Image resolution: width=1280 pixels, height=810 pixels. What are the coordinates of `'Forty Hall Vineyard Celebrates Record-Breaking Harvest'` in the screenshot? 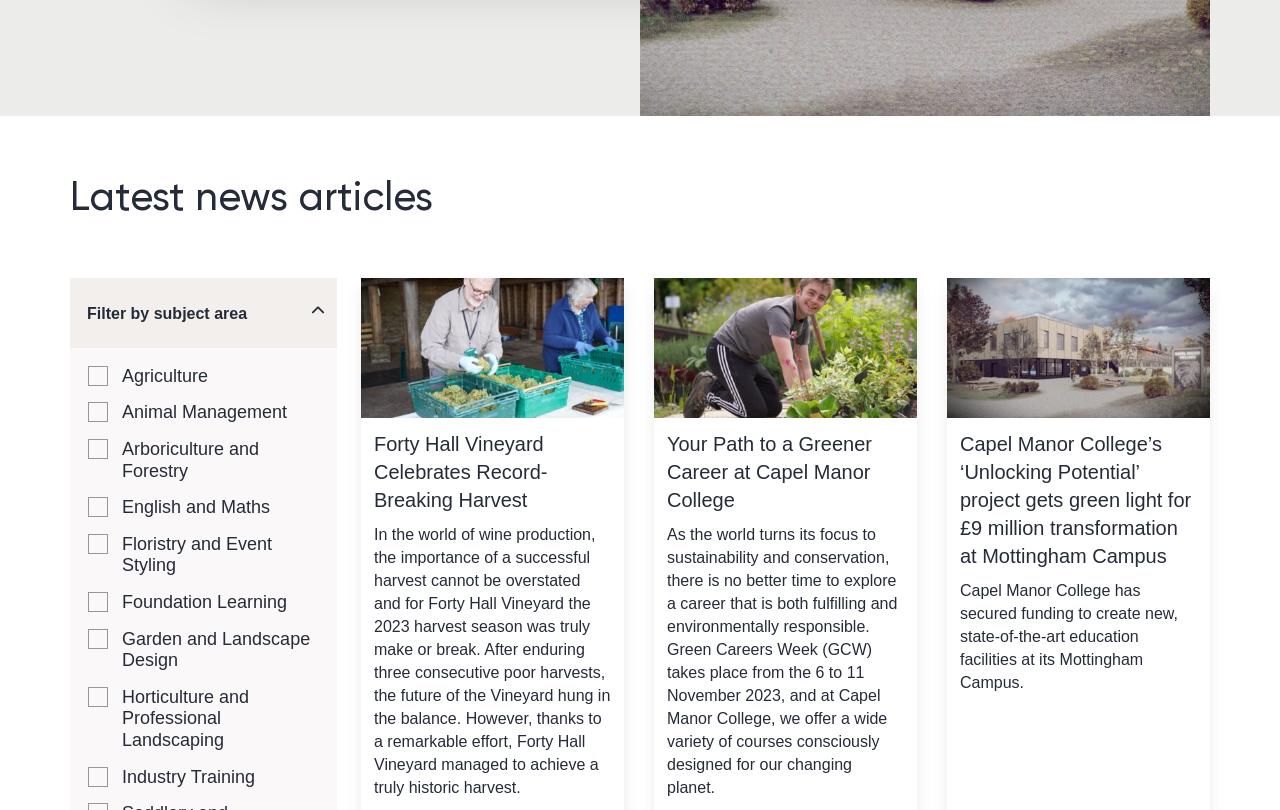 It's located at (459, 471).